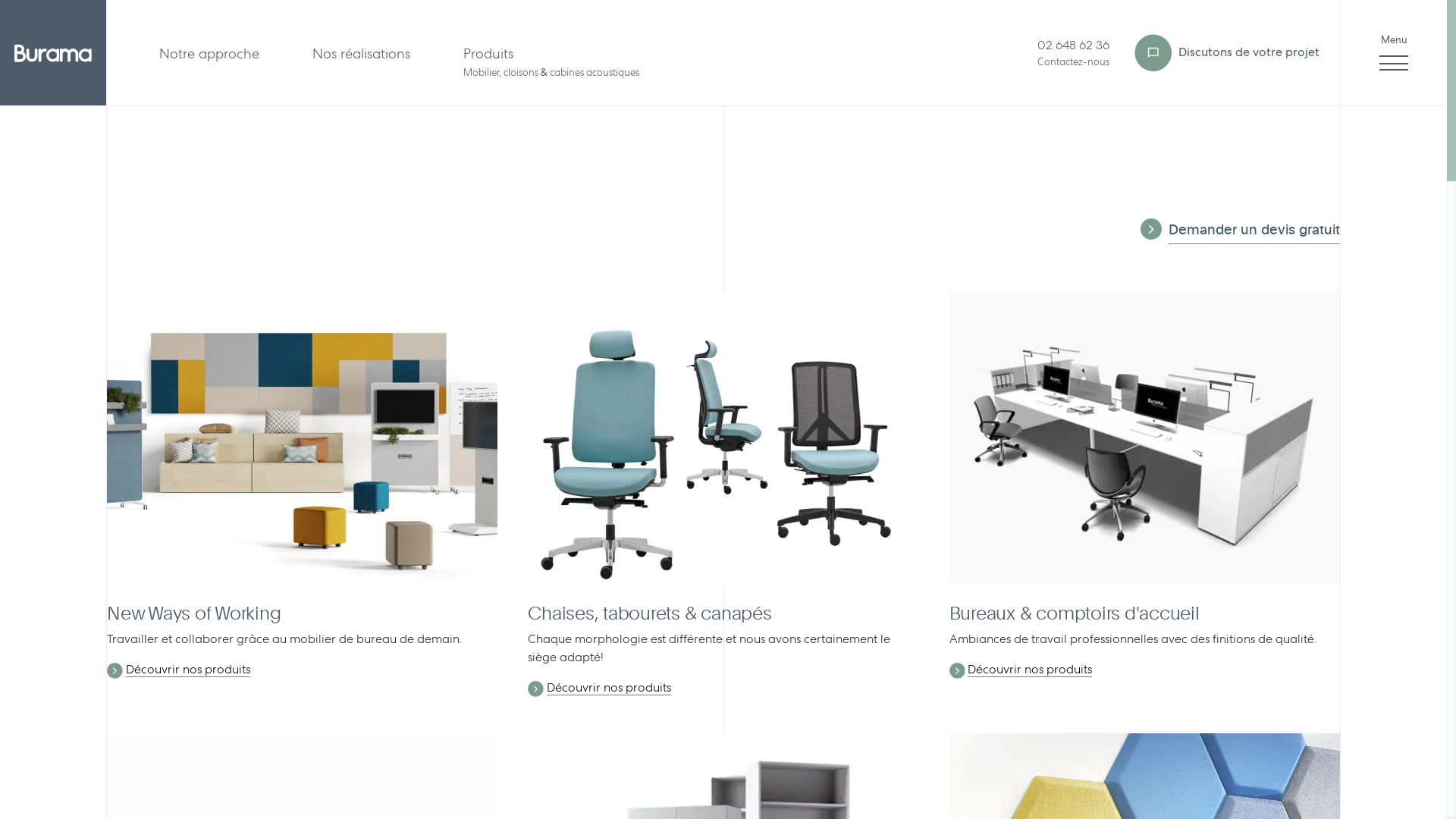 The image size is (1456, 819). Describe the element at coordinates (1225, 52) in the screenshot. I see `'Discutons de votre projet'` at that location.